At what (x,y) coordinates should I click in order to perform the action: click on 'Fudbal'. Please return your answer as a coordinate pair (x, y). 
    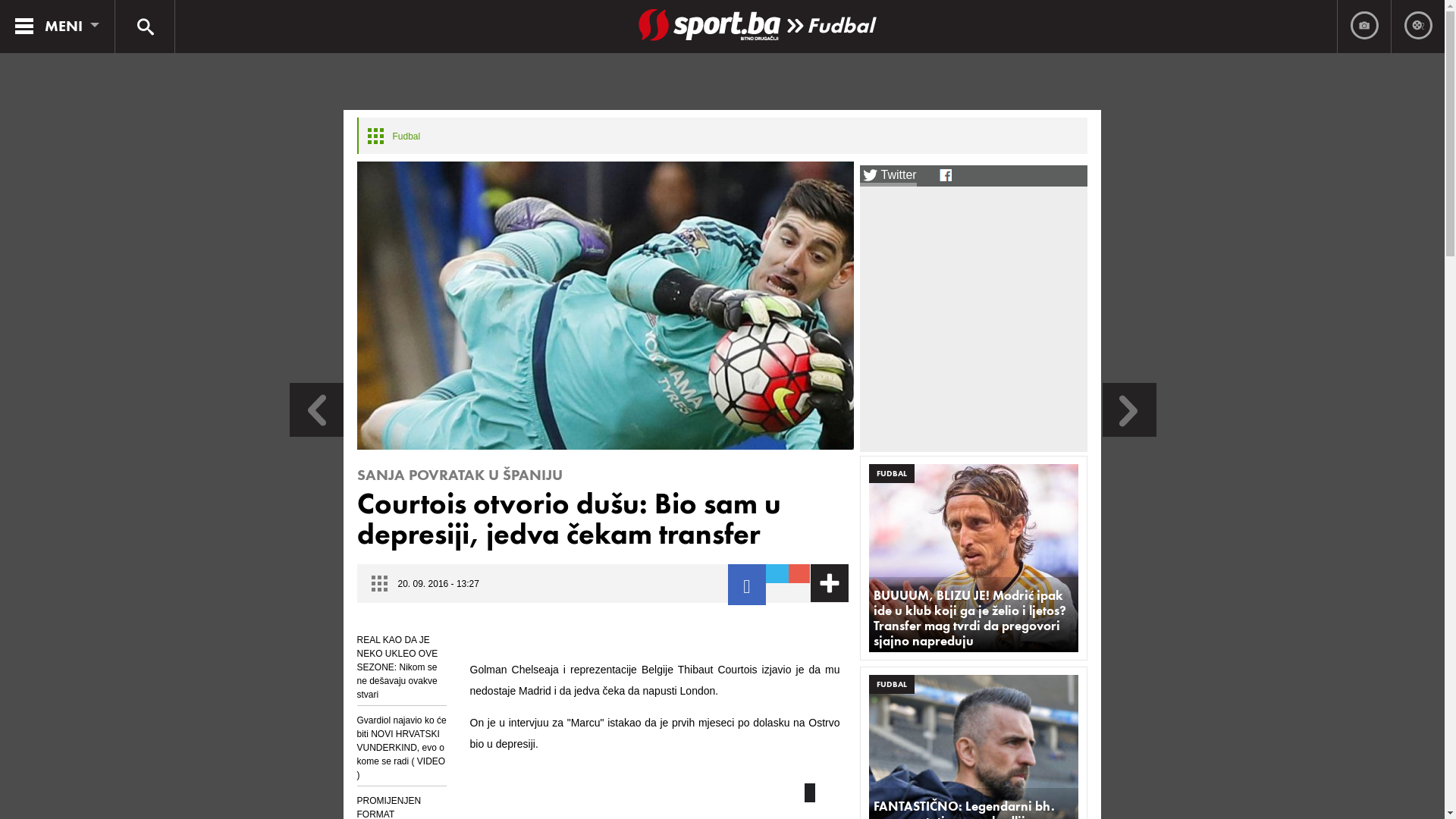
    Looking at the image, I should click on (839, 25).